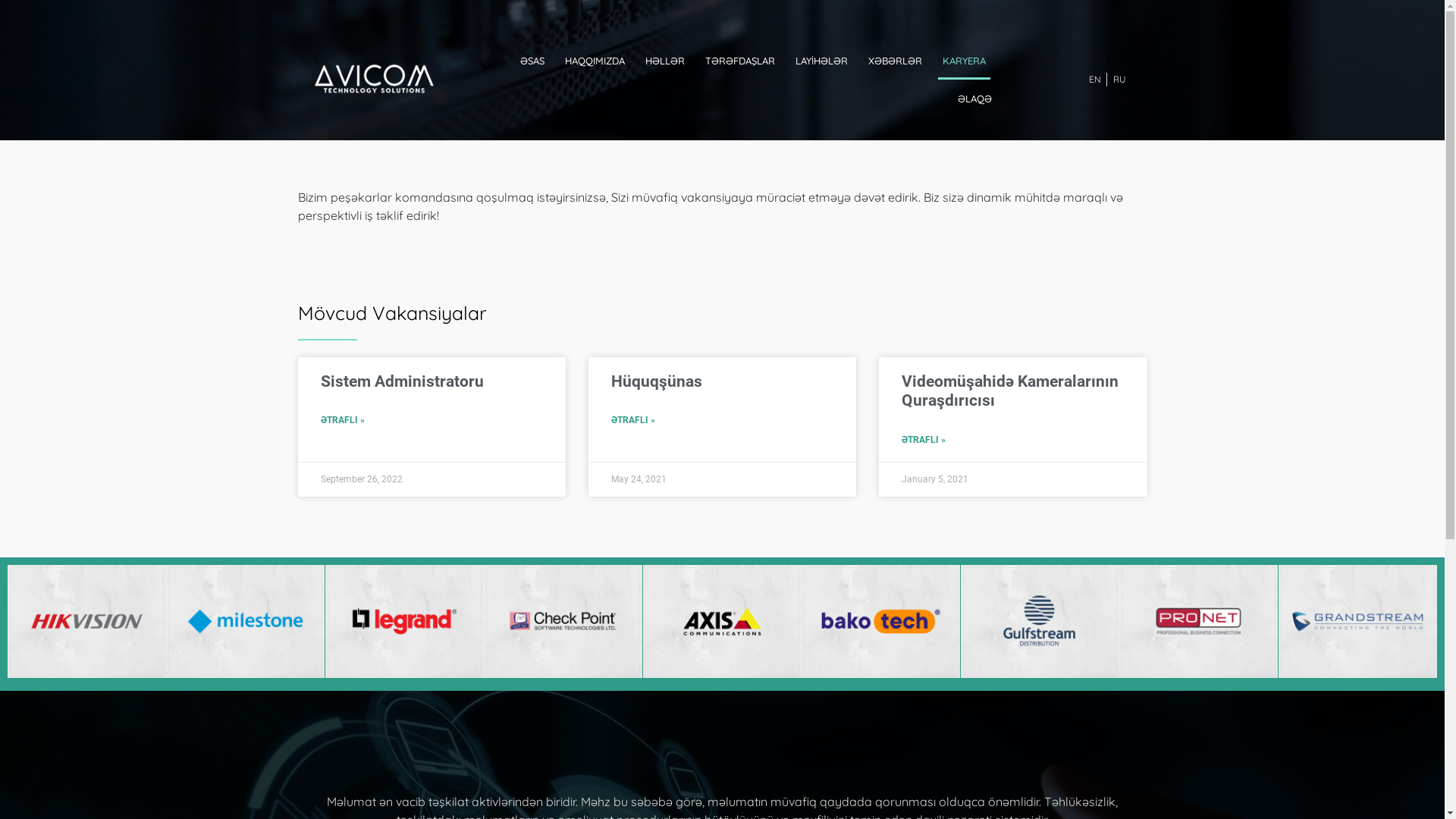  I want to click on 'HAQQIMIZDA', so click(594, 60).